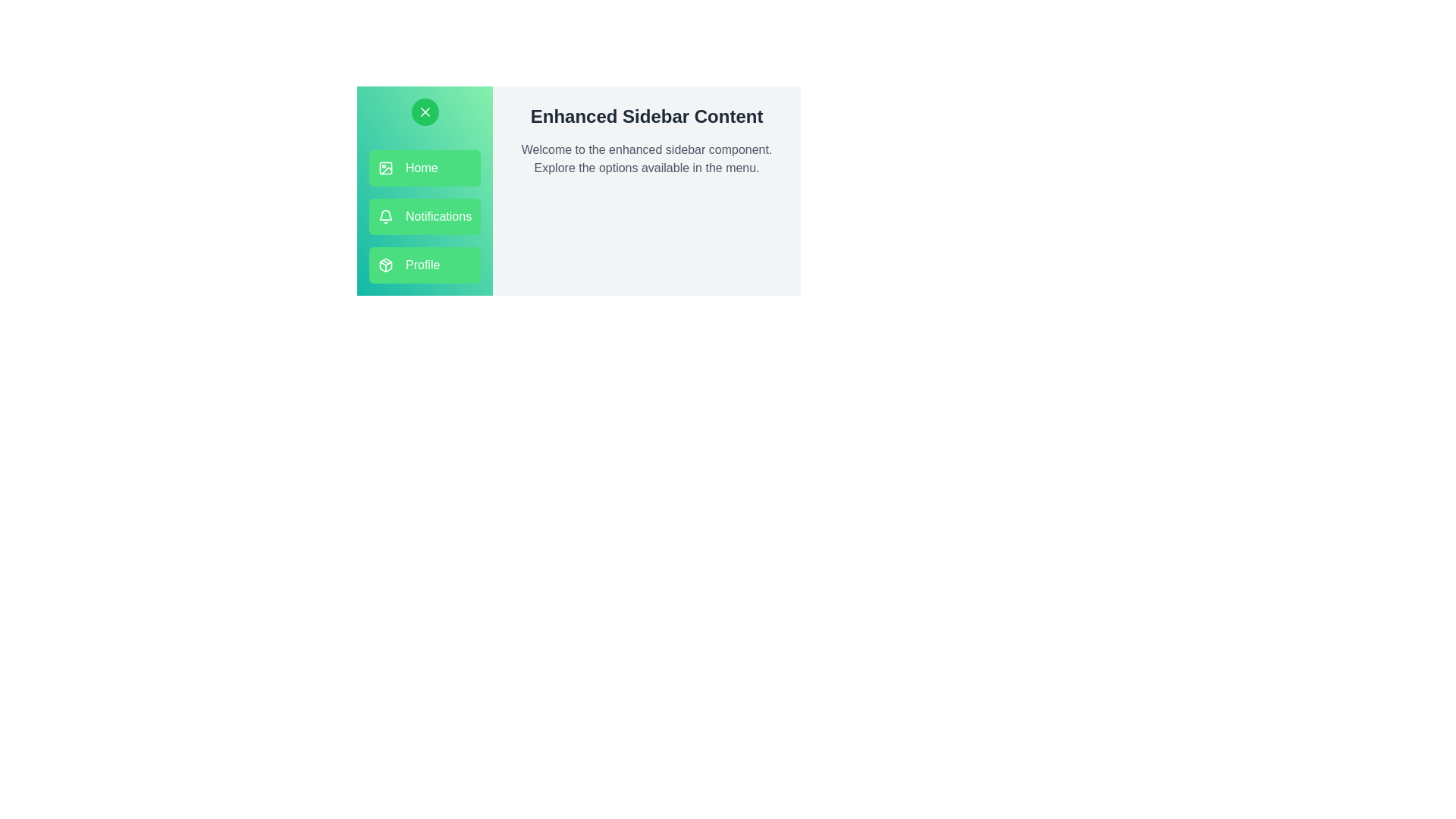 The height and width of the screenshot is (819, 1456). I want to click on toggle button to toggle the sidebar open or closed, so click(425, 111).